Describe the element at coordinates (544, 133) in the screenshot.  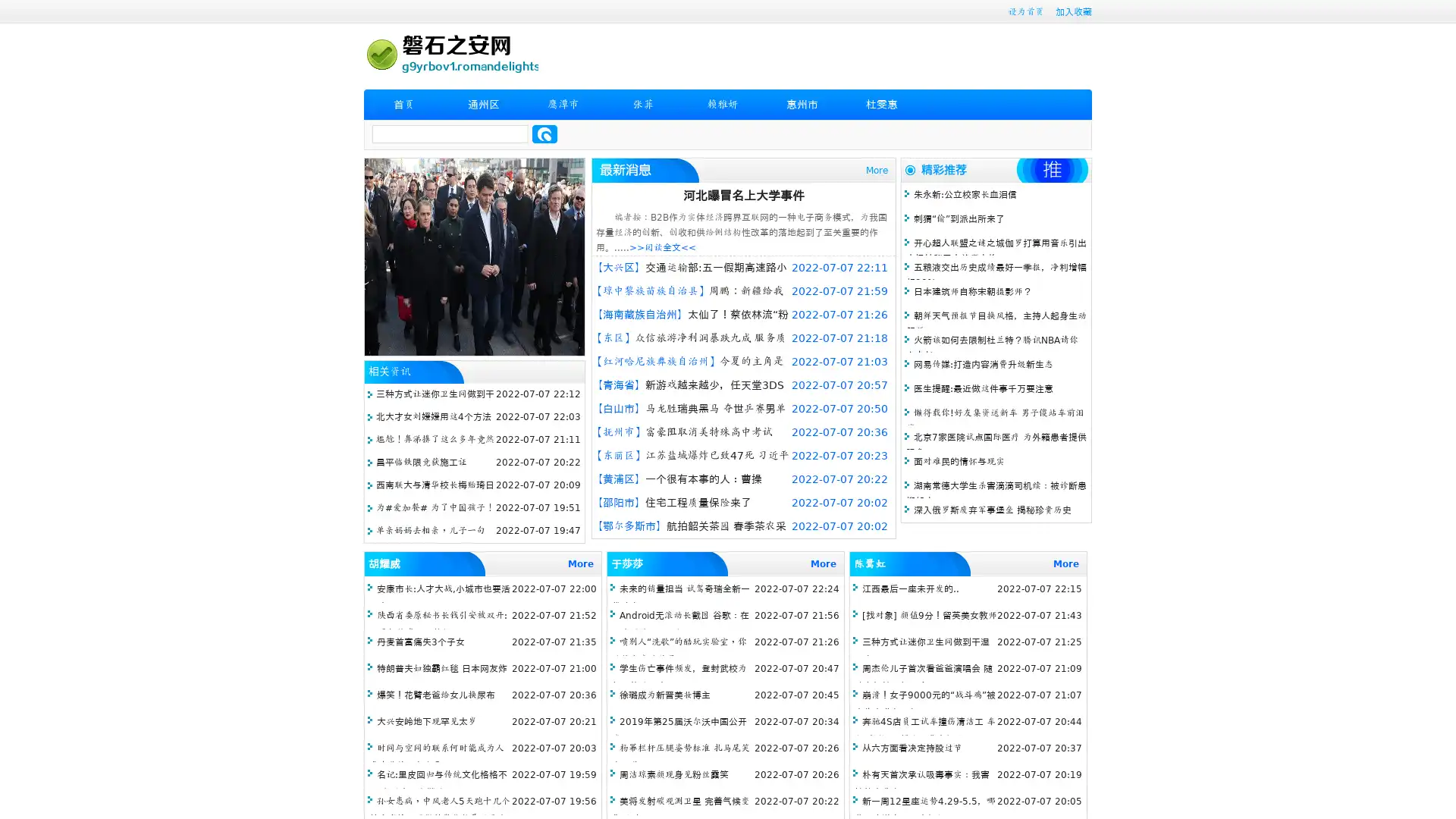
I see `Search` at that location.